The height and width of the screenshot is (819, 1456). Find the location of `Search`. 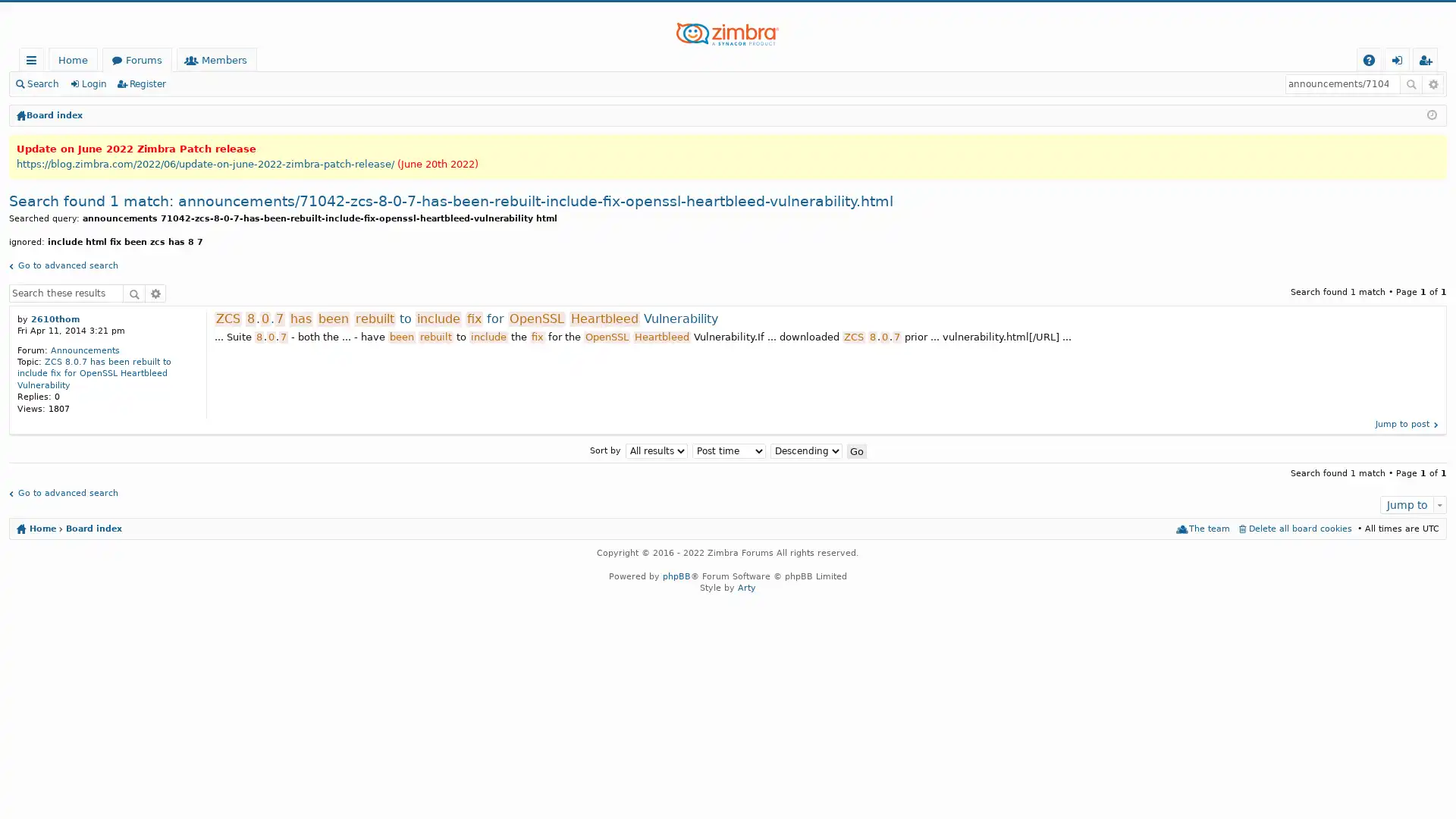

Search is located at coordinates (134, 292).